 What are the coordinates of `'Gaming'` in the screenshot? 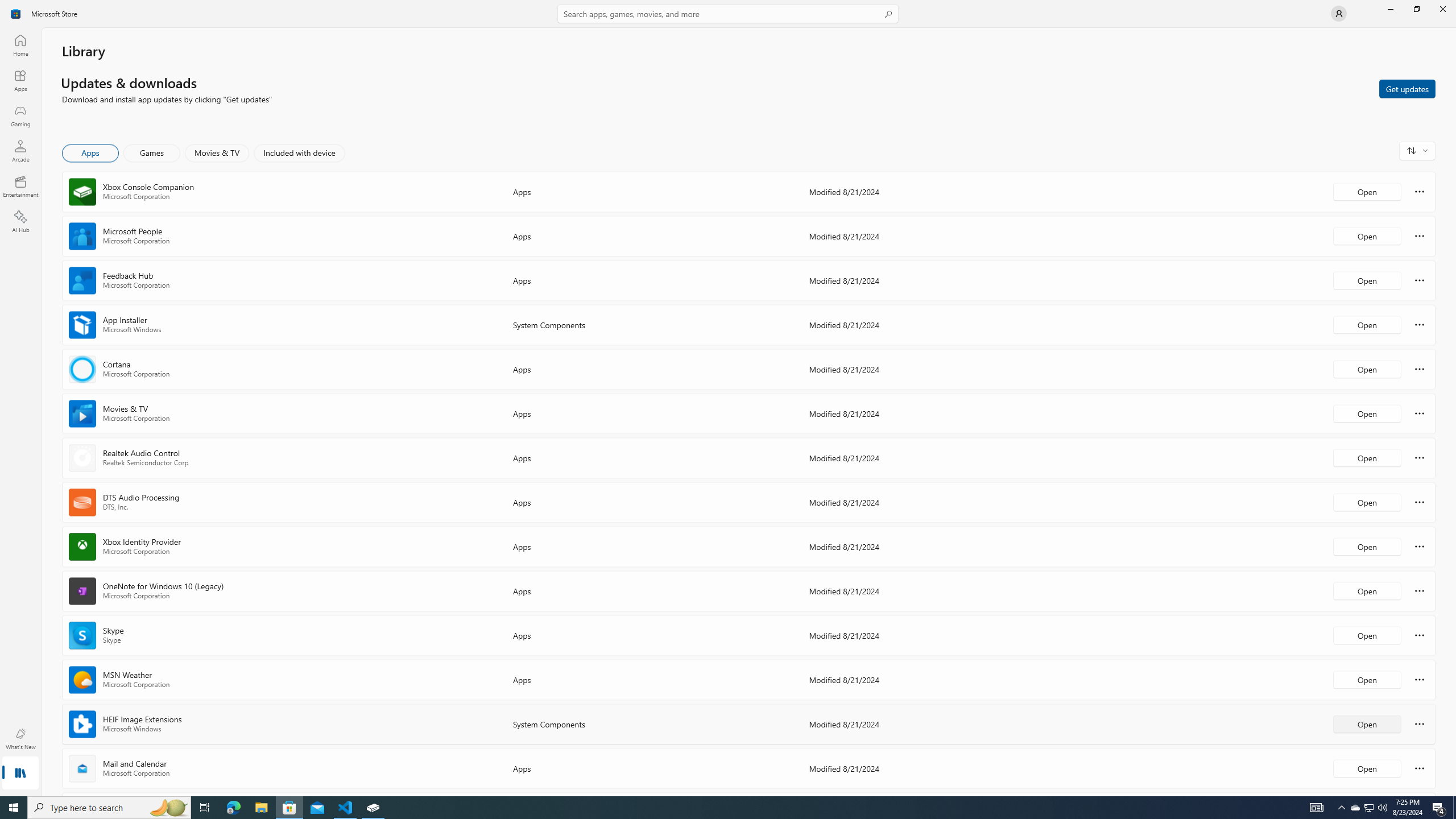 It's located at (19, 115).